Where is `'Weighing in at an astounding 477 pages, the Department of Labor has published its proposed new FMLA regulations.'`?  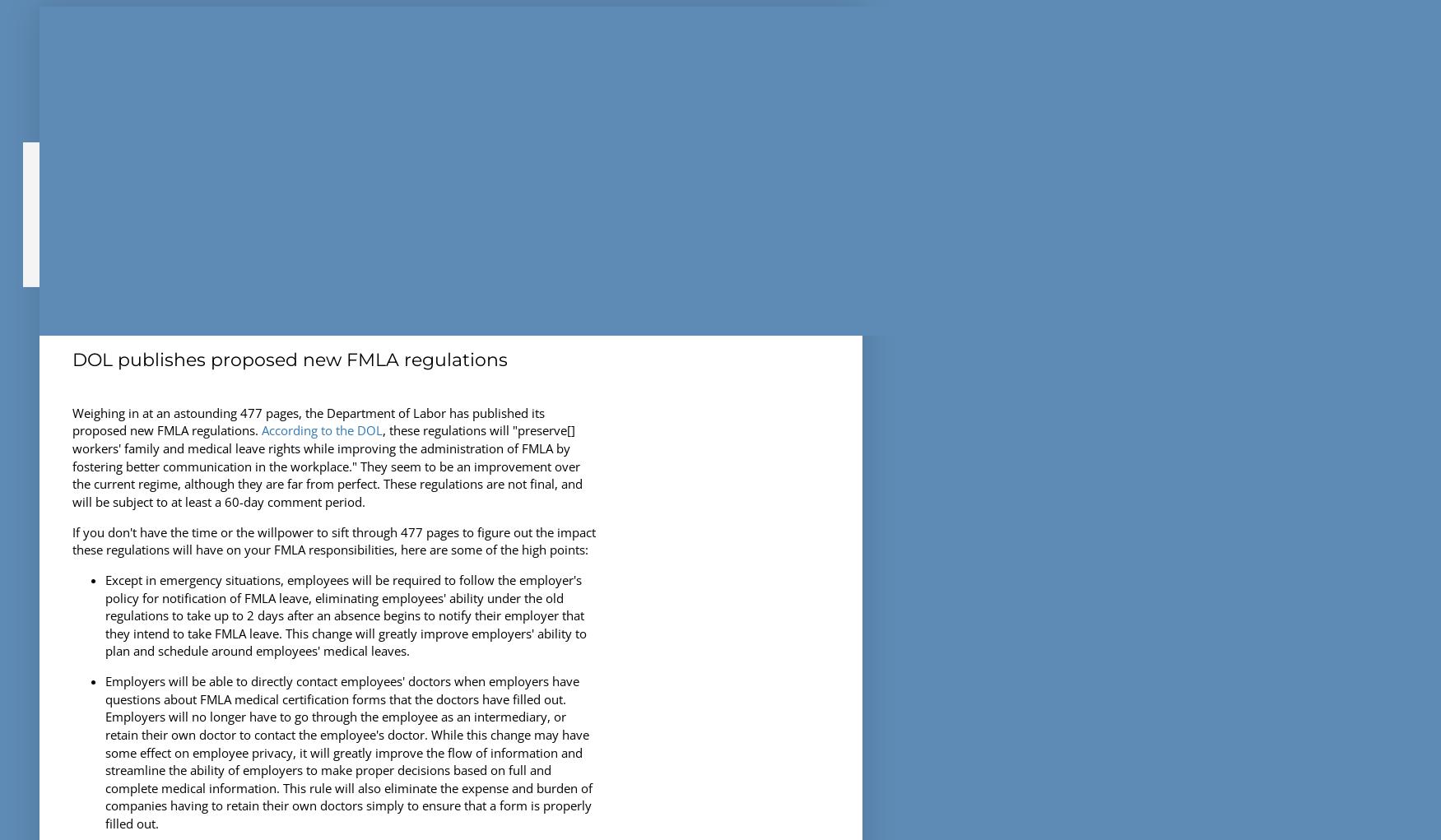
'Weighing in at an astounding 477 pages, the Department of Labor has published its proposed new FMLA regulations.' is located at coordinates (308, 421).